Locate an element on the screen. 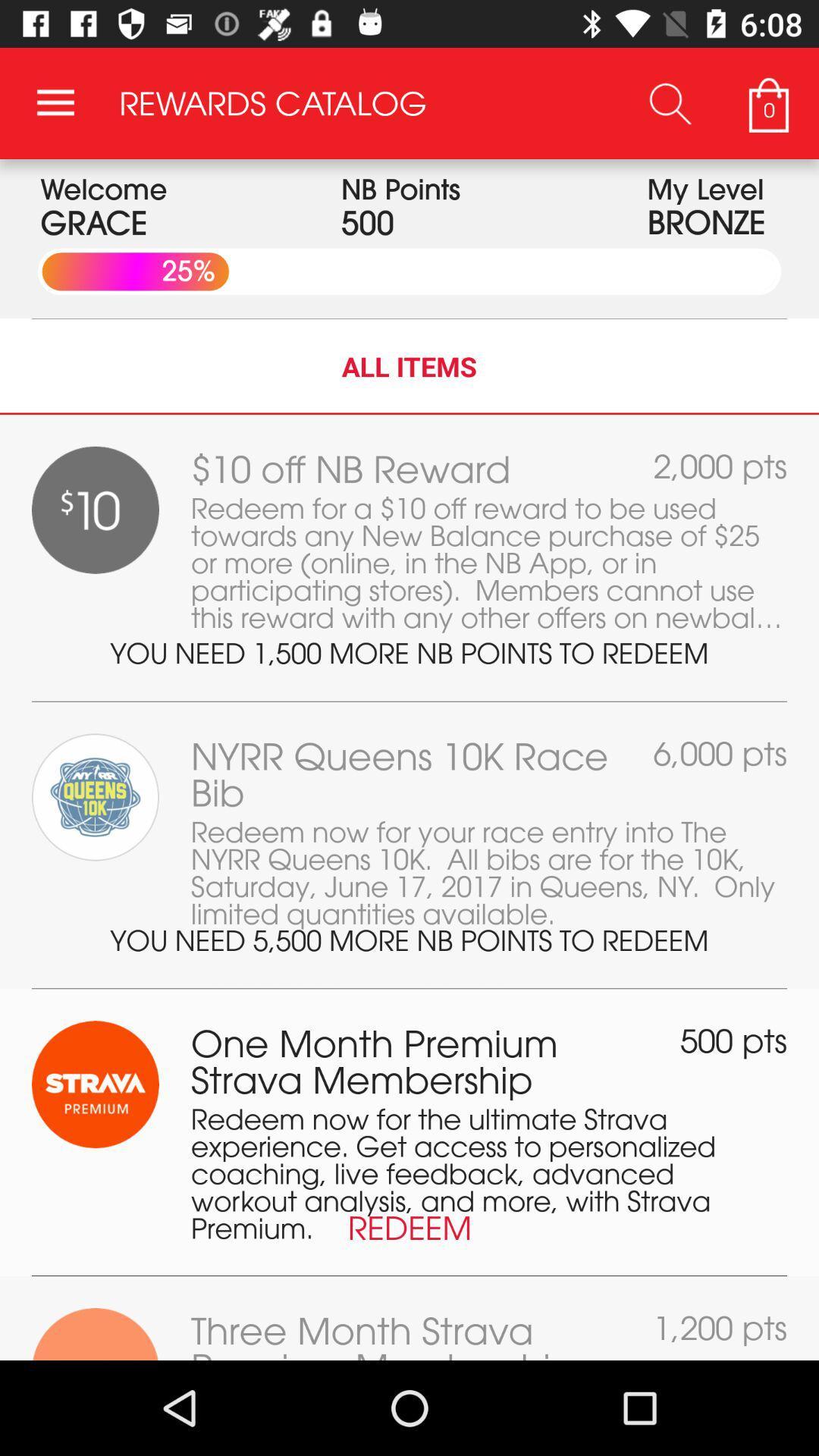 The height and width of the screenshot is (1456, 819). the item next to the one month premium is located at coordinates (733, 1040).